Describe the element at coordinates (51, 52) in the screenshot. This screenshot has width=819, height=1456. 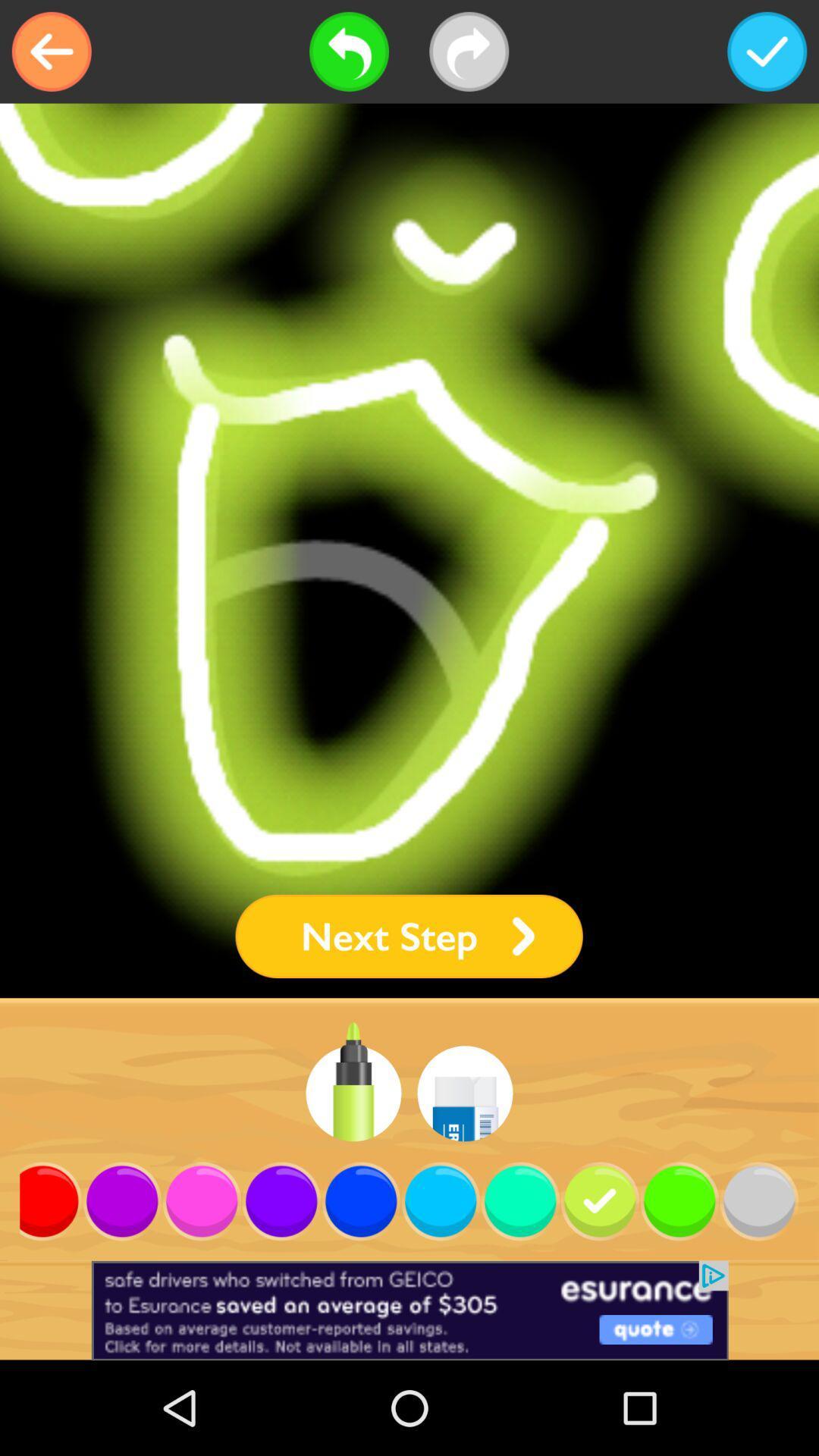
I see `the arrow_backward icon` at that location.